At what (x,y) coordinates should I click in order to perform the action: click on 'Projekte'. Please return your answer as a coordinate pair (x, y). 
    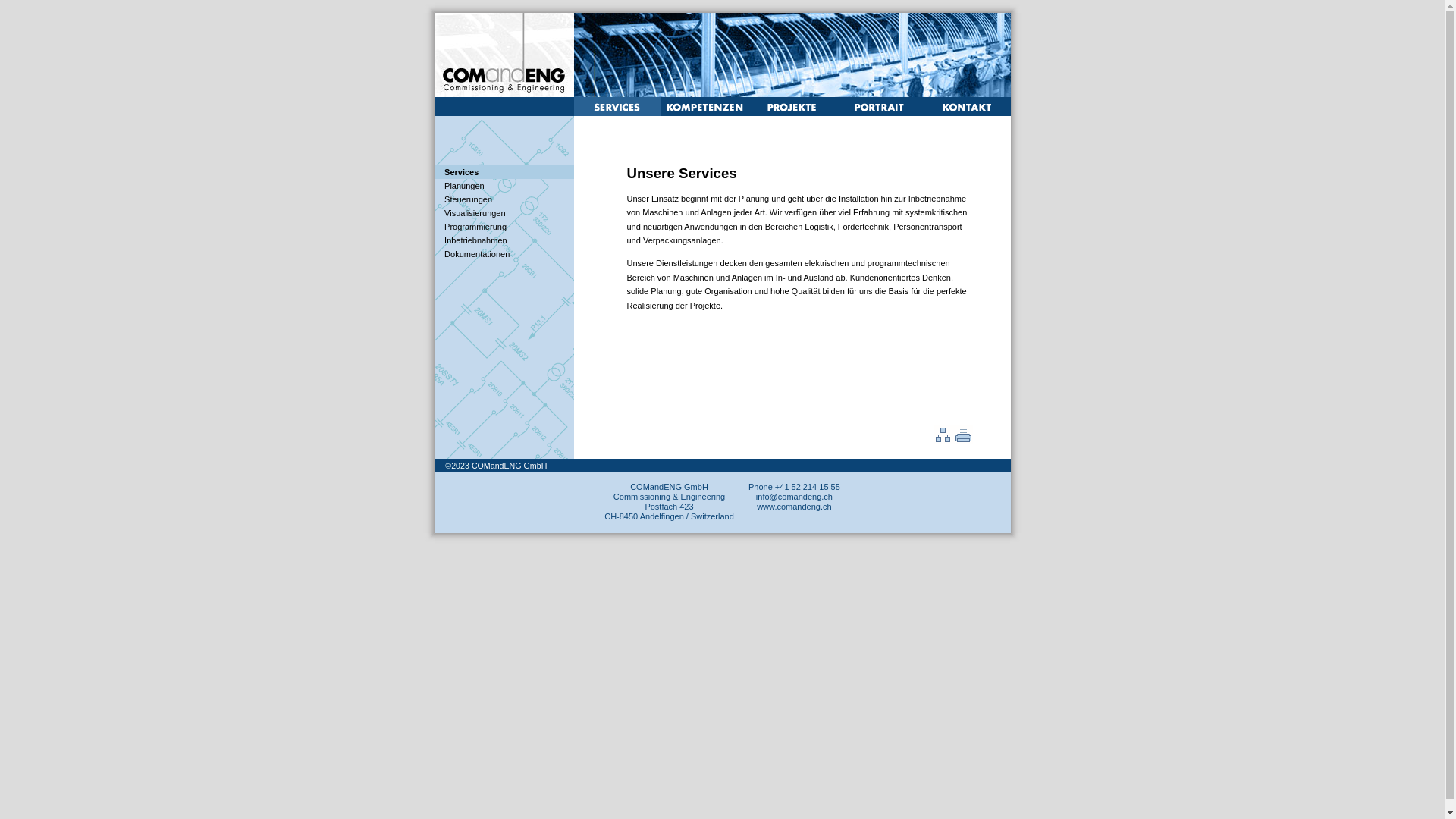
    Looking at the image, I should click on (790, 112).